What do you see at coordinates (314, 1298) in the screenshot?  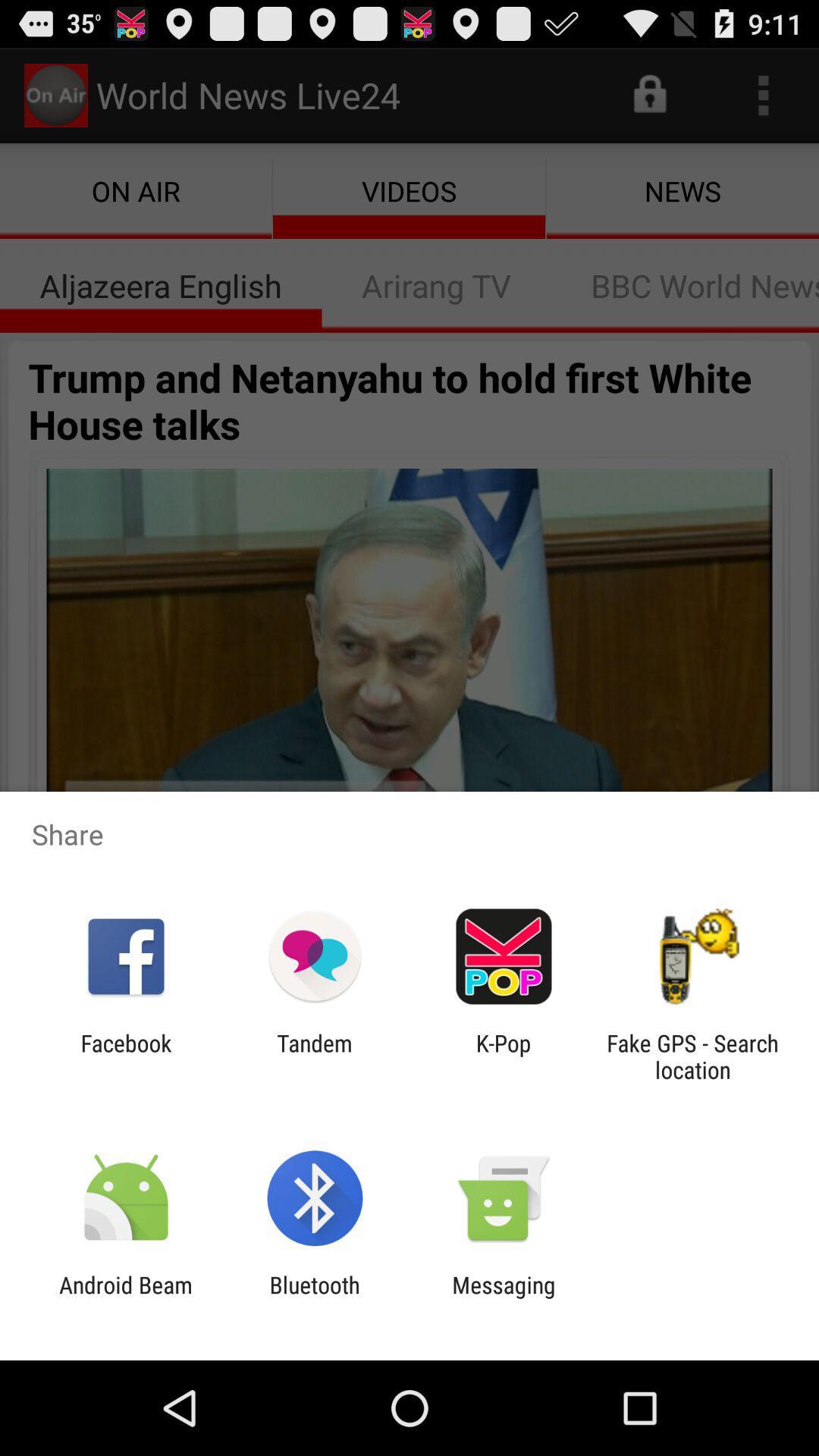 I see `app to the right of android beam` at bounding box center [314, 1298].